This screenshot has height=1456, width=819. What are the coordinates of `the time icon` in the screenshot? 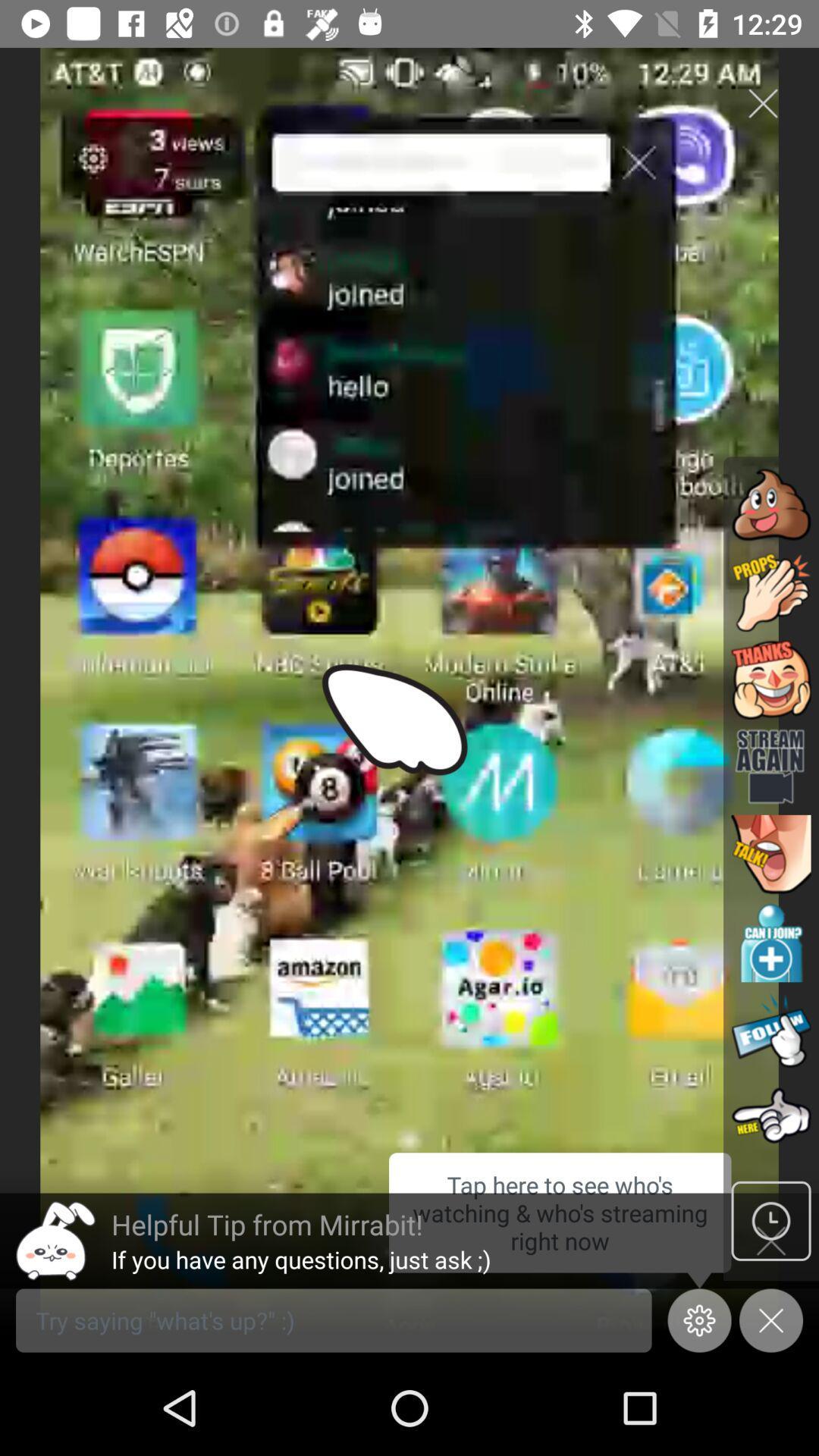 It's located at (771, 1221).